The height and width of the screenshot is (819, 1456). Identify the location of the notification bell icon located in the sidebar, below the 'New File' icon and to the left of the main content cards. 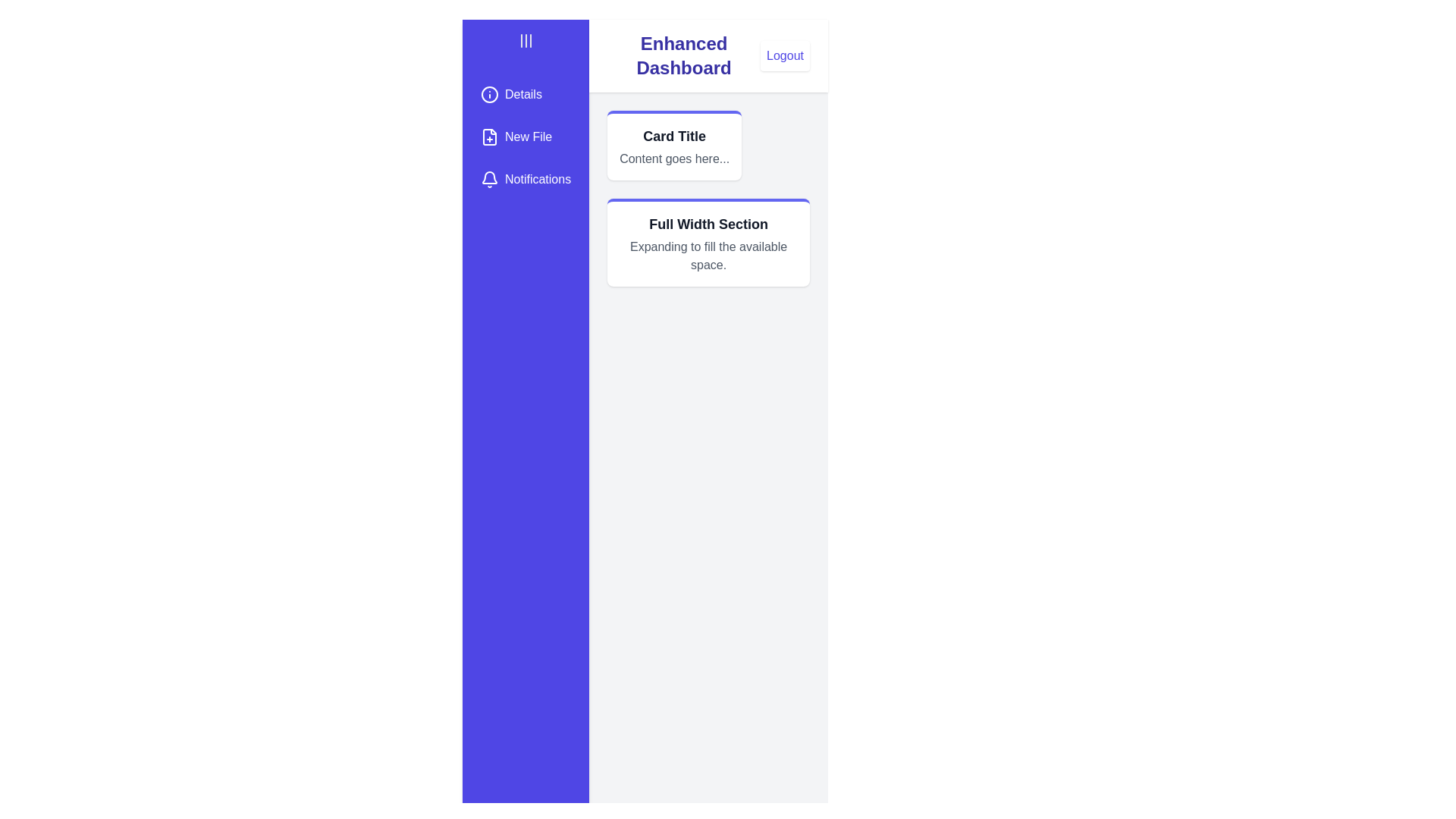
(490, 177).